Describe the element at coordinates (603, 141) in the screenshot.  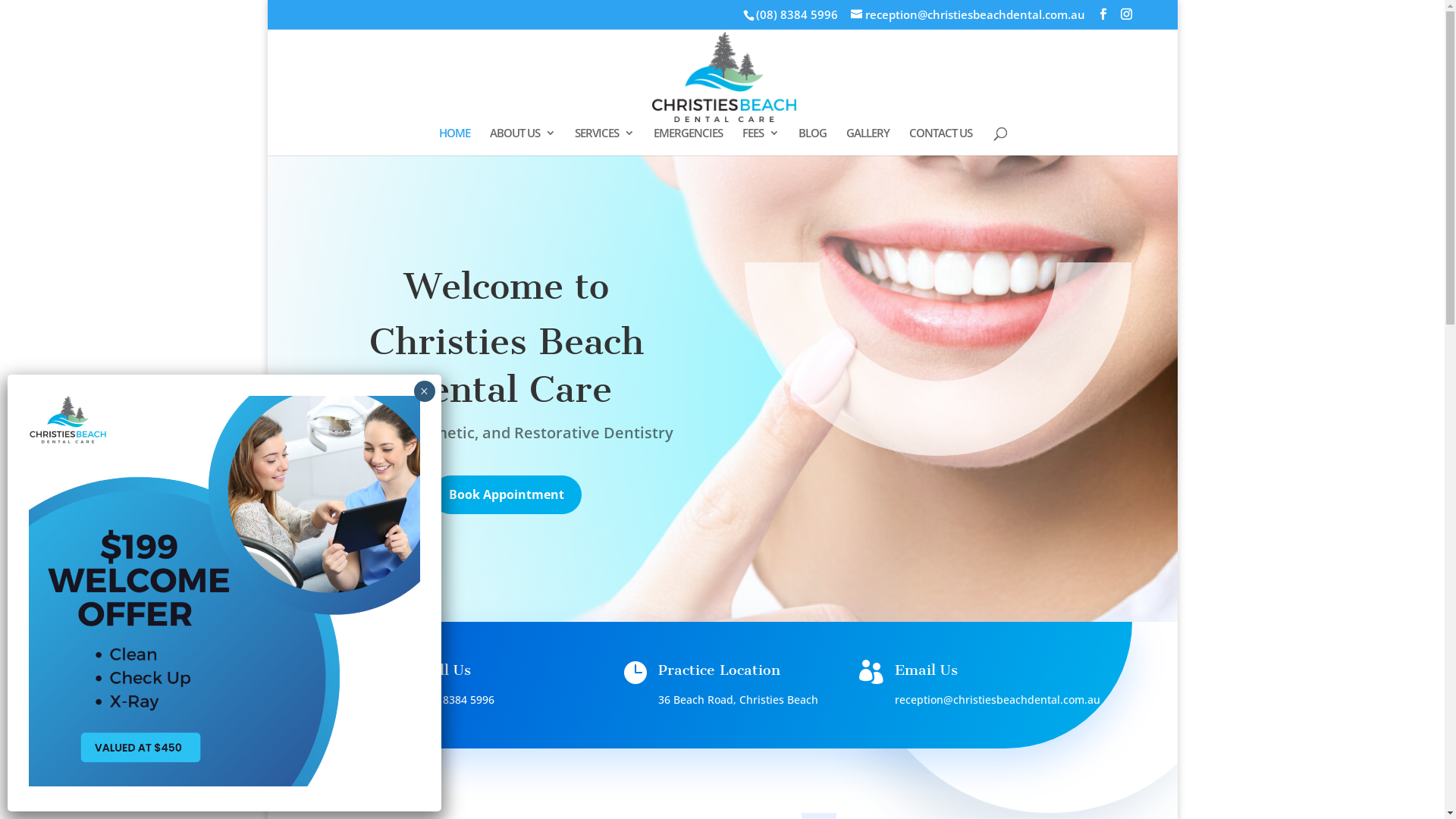
I see `'SERVICES'` at that location.